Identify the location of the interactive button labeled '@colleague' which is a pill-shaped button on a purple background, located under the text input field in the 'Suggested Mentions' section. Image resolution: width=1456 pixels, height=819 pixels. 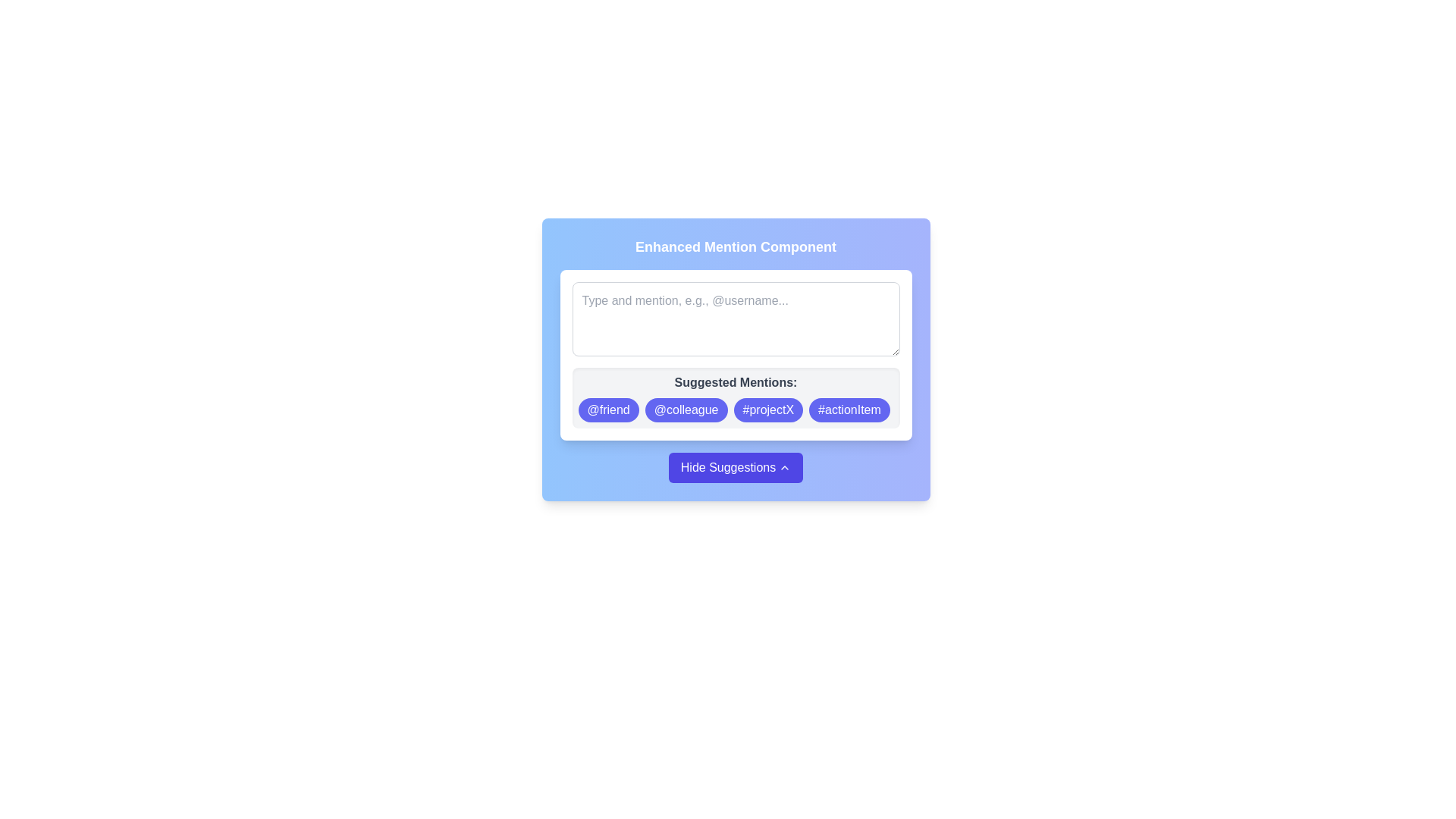
(686, 409).